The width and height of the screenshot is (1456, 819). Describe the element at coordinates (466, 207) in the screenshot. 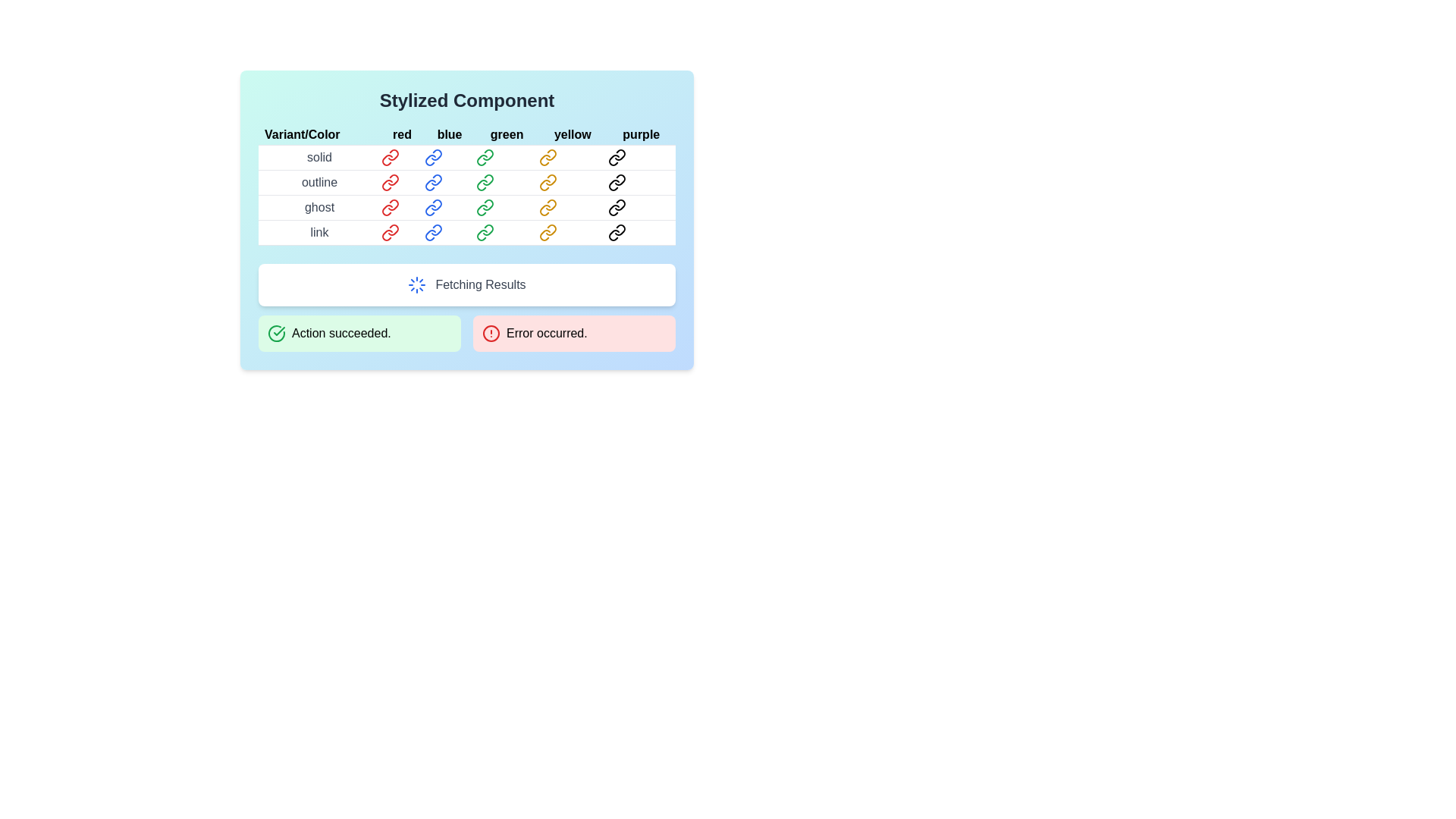

I see `the colored links labeled 'red', 'blue', 'green', 'yellow', and 'purple' in the third row titled 'ghost' under the main section 'Variant/Color'` at that location.